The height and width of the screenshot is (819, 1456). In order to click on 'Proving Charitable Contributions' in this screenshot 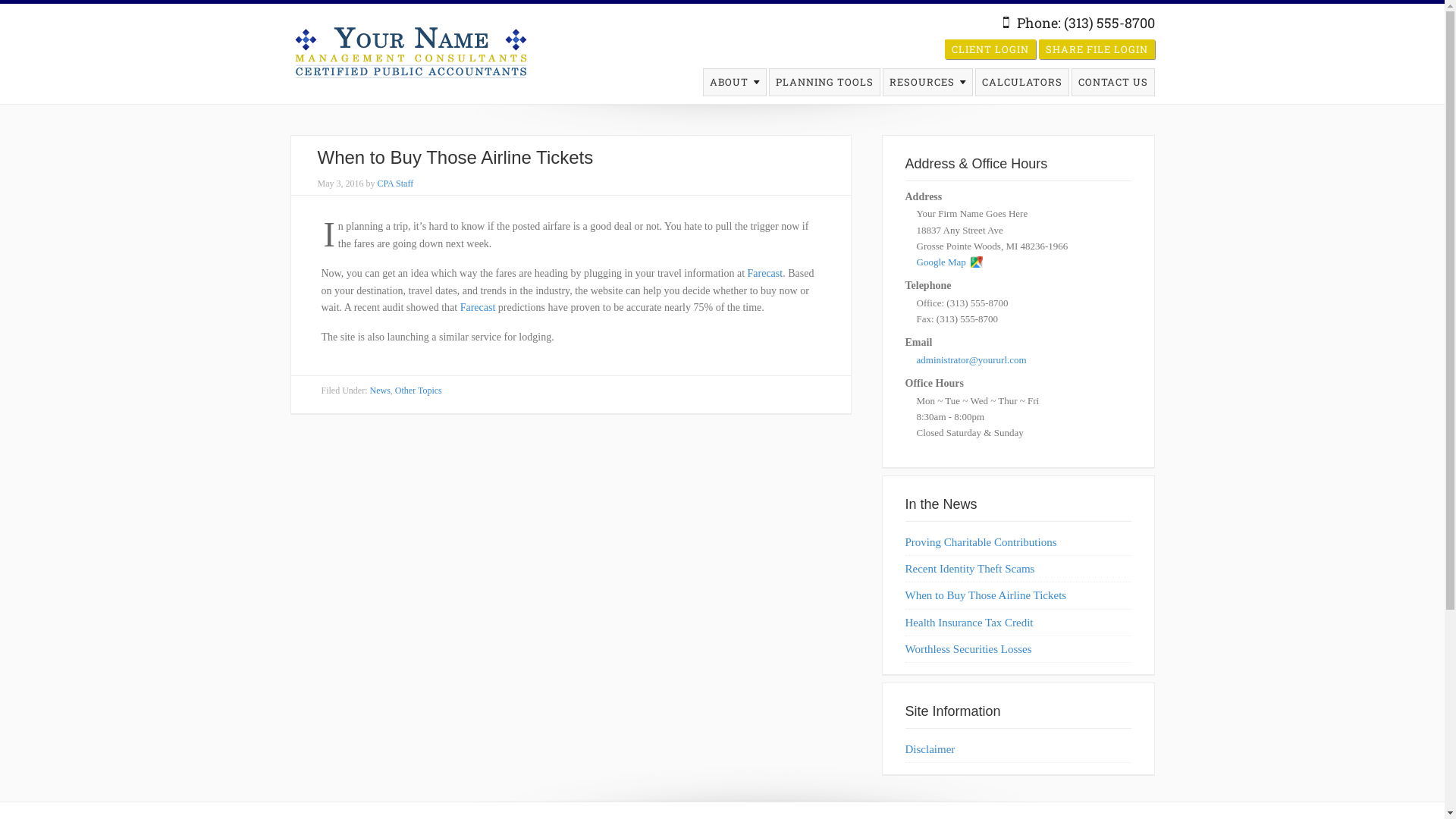, I will do `click(905, 541)`.